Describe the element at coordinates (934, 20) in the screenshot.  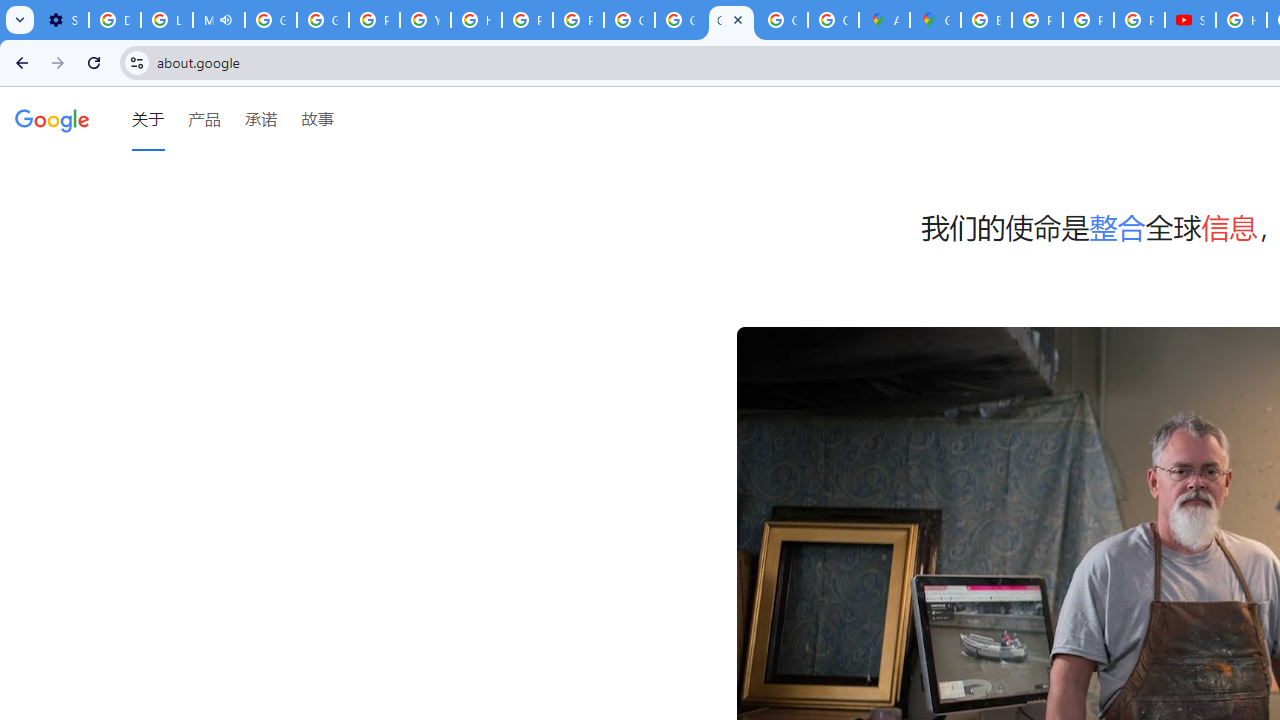
I see `'Google Maps'` at that location.